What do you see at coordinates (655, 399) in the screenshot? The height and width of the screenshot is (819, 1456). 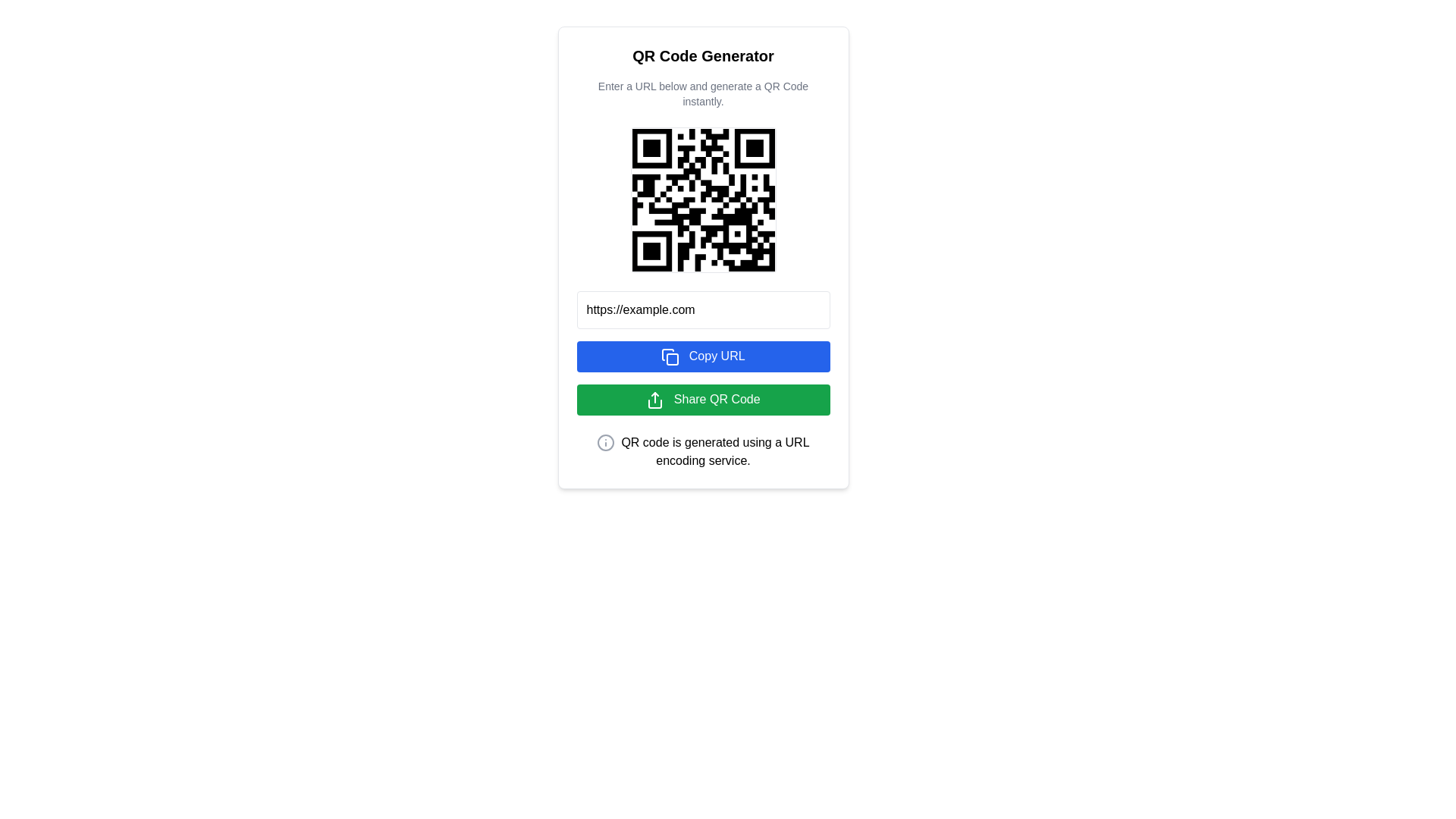 I see `the upward arrow icon on the green 'Share QR Code' button` at bounding box center [655, 399].